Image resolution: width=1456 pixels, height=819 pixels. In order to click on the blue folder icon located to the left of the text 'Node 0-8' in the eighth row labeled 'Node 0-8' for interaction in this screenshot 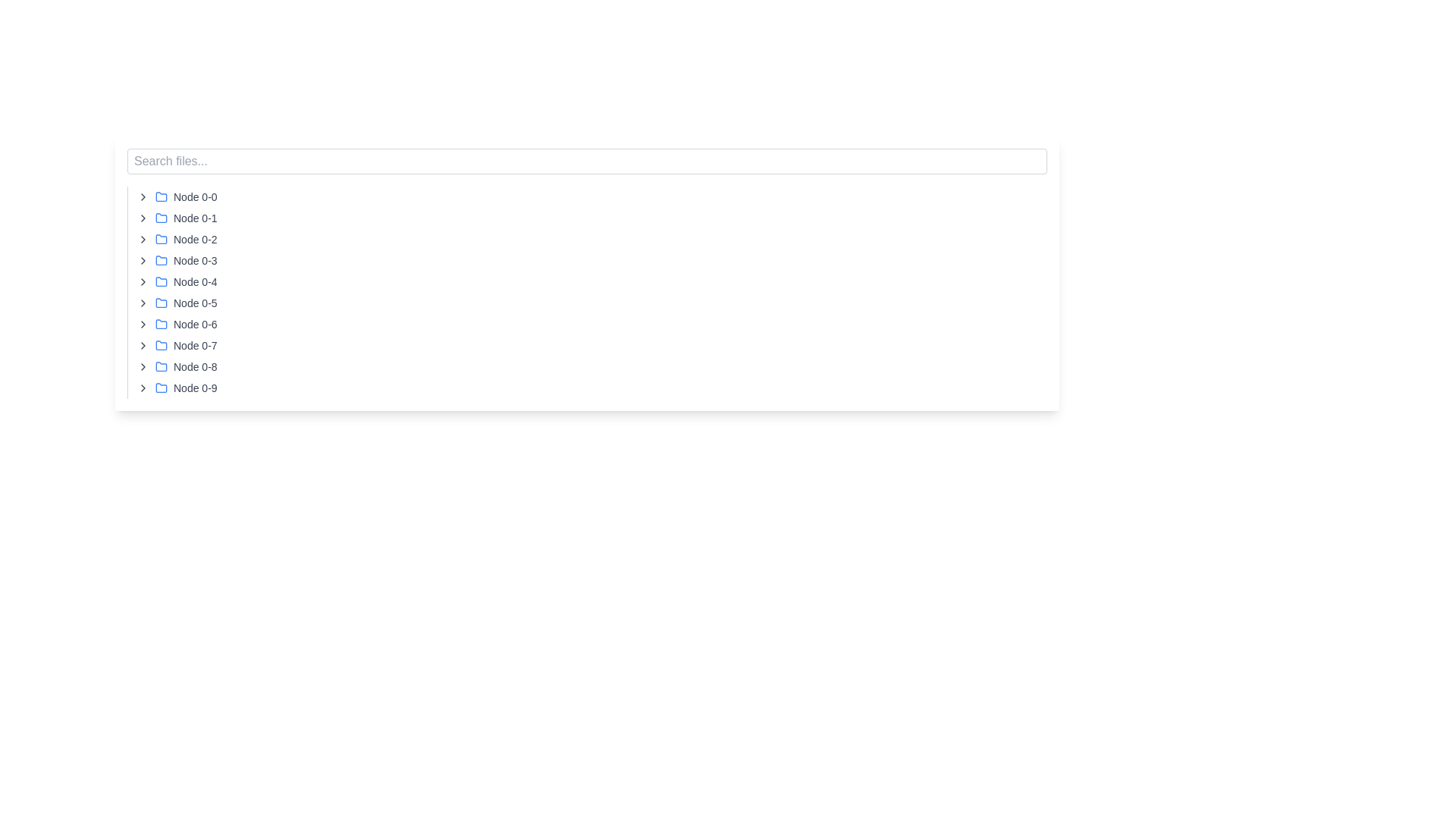, I will do `click(161, 366)`.